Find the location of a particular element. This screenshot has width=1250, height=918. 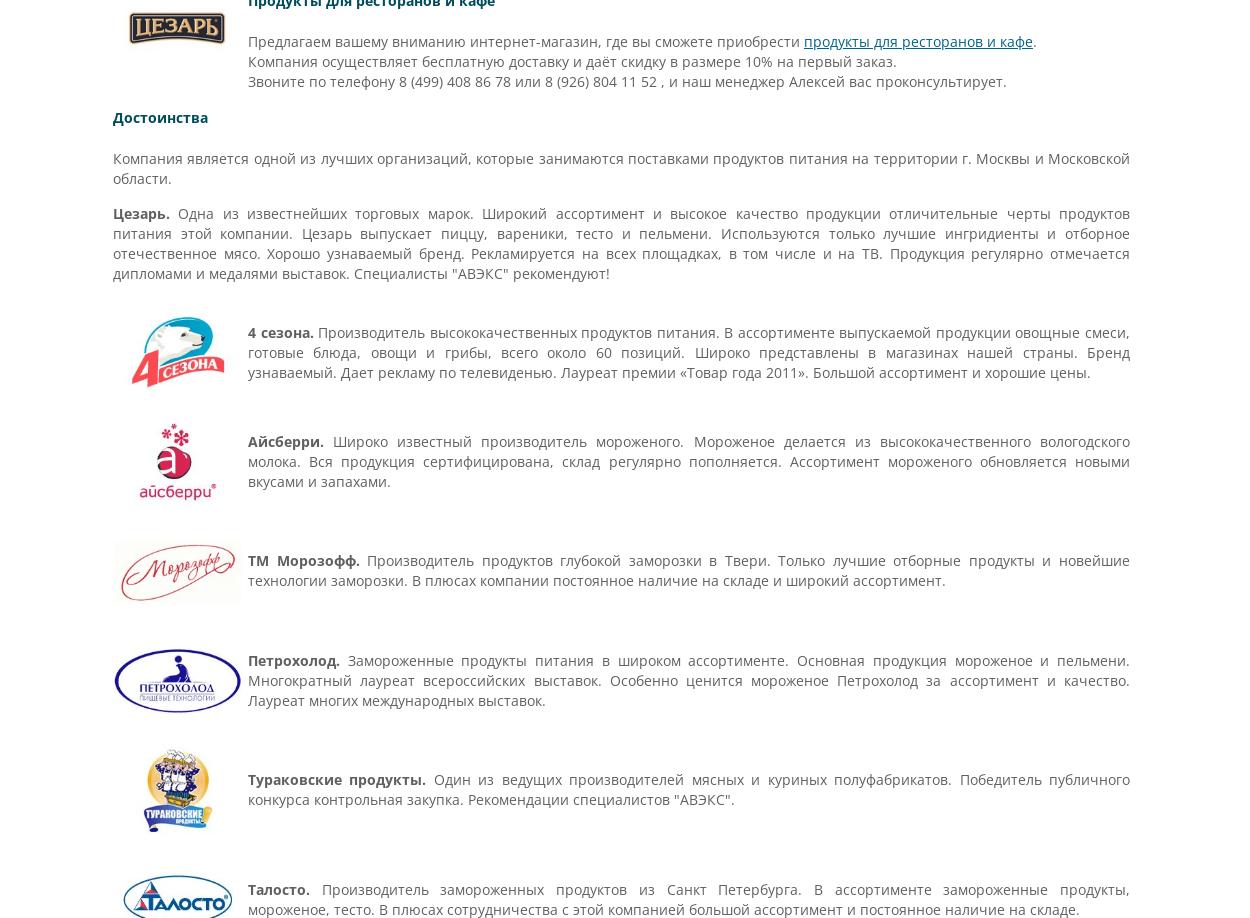

'.' is located at coordinates (1035, 41).